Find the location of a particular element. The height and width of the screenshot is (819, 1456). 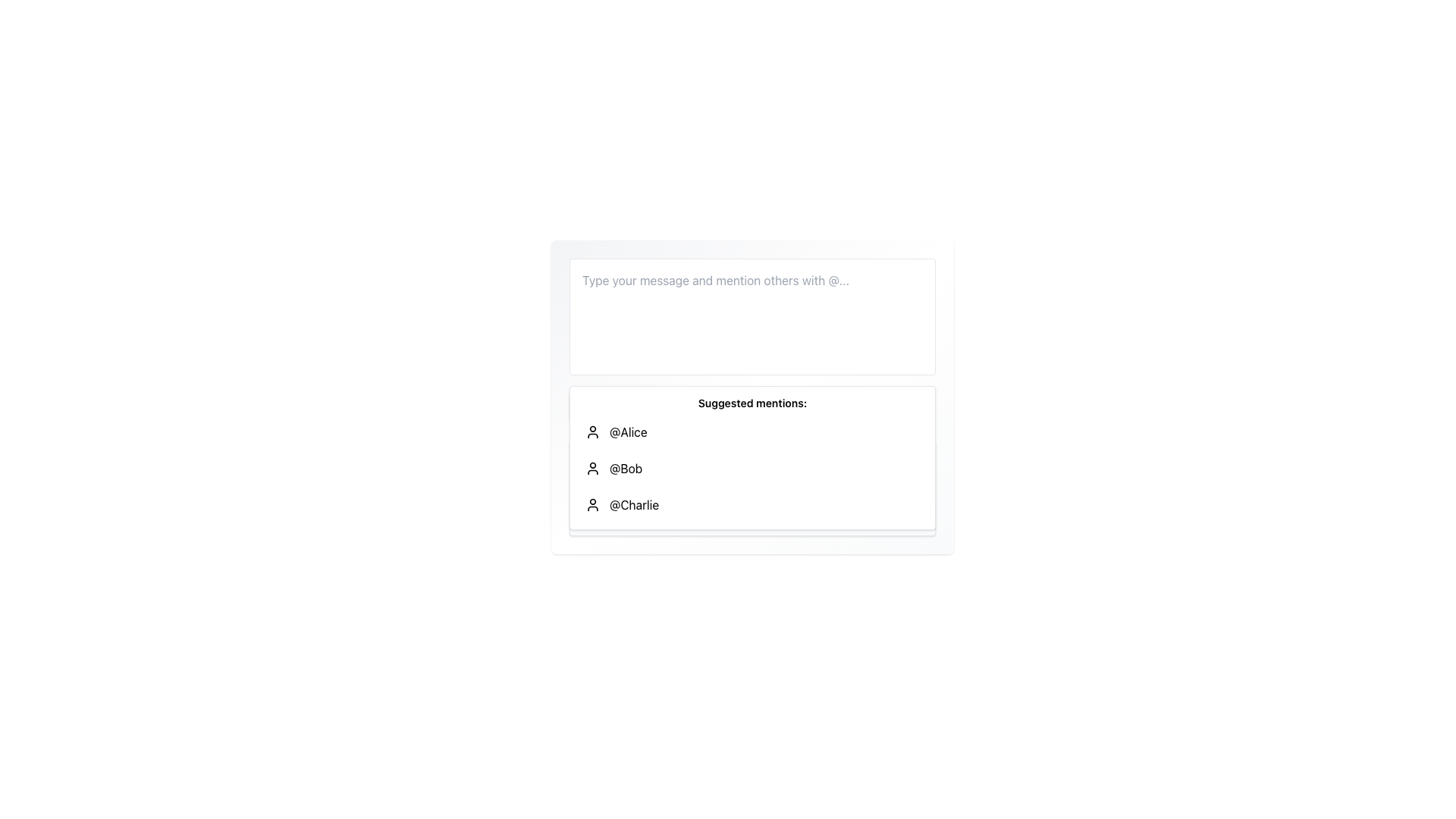

the first list item suggesting the user 'Alice' in the vertical suggestion list is located at coordinates (752, 432).